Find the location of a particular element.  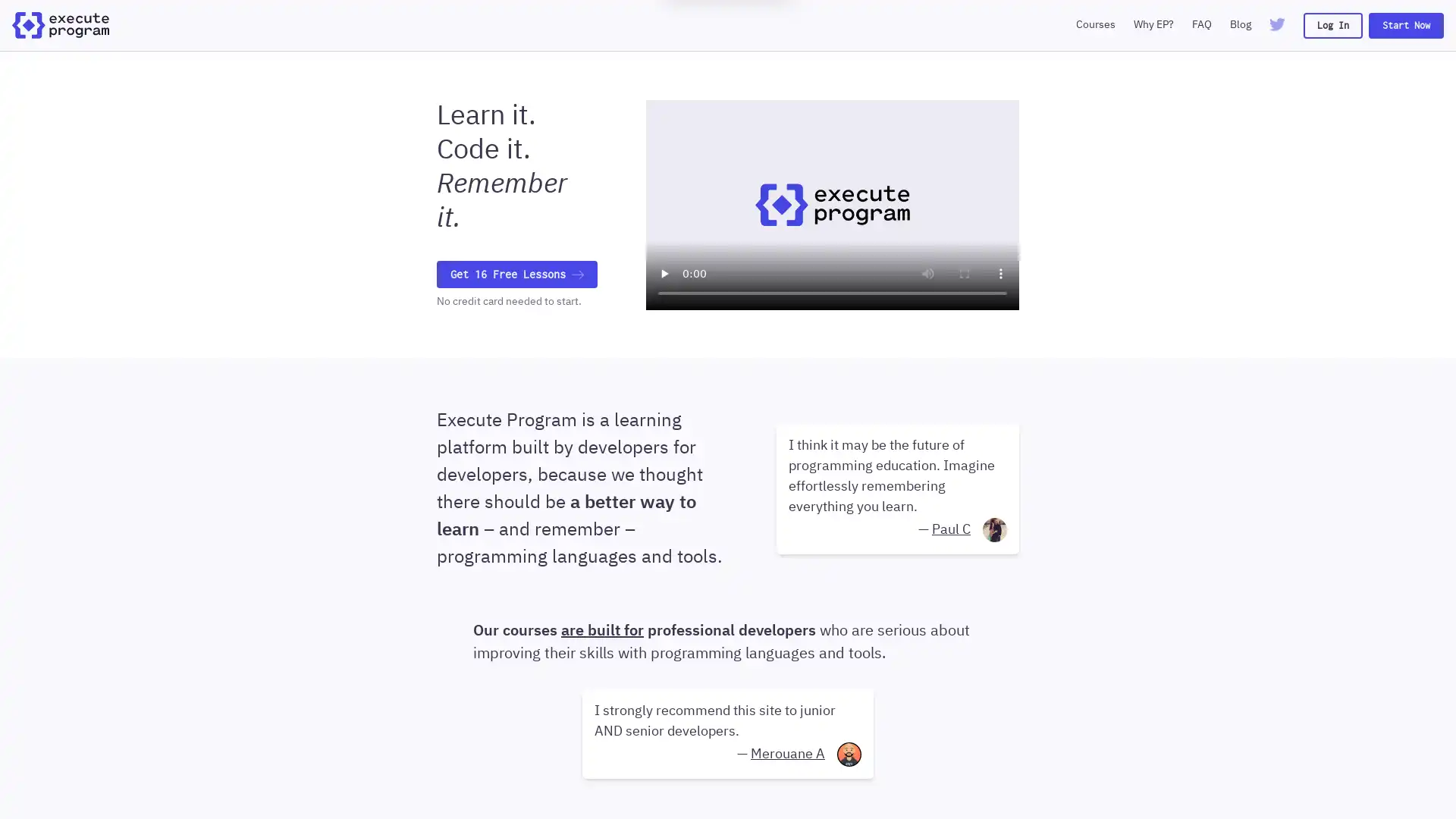

enter full screen is located at coordinates (964, 271).